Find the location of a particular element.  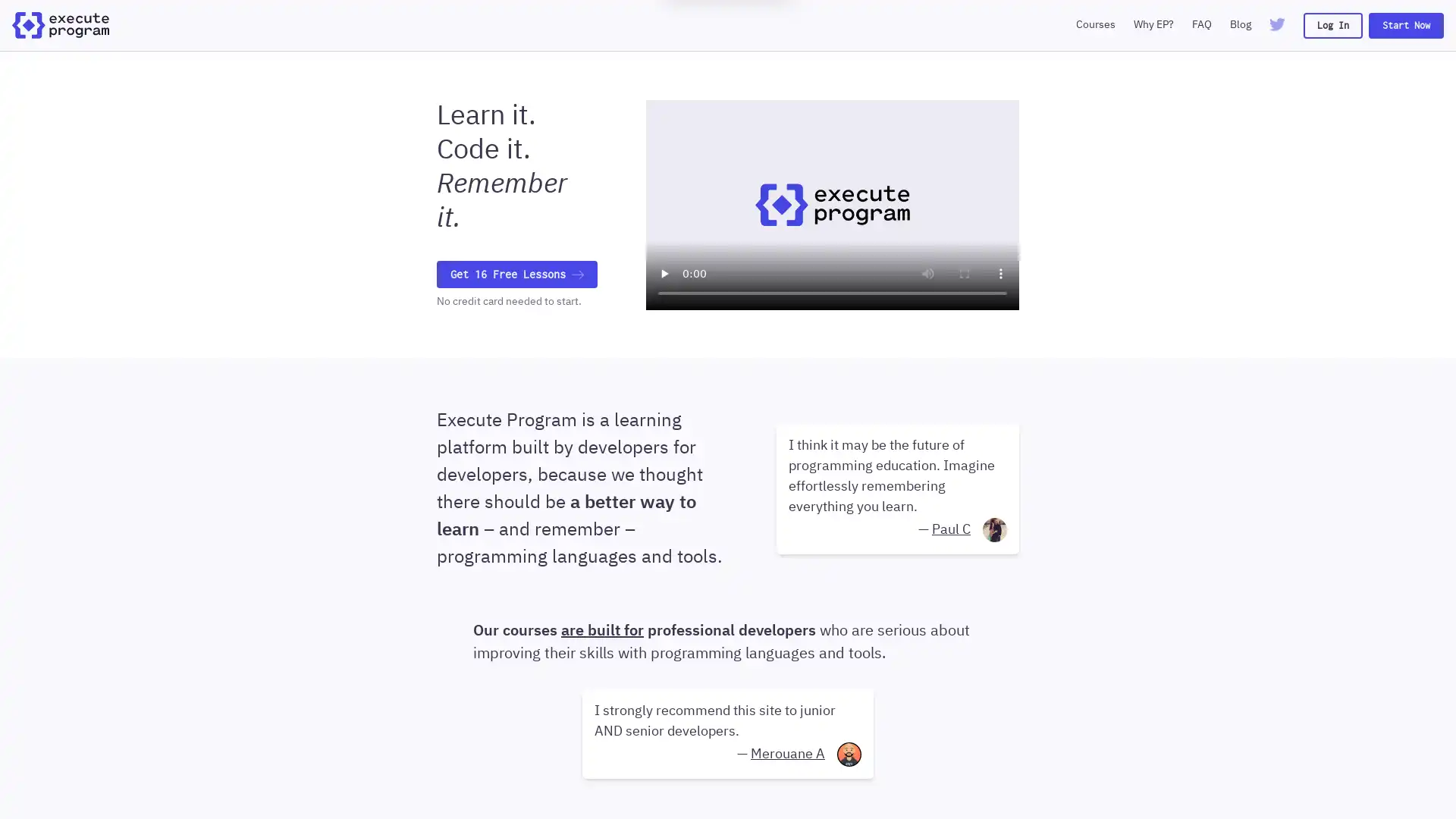

enter full screen is located at coordinates (964, 271).